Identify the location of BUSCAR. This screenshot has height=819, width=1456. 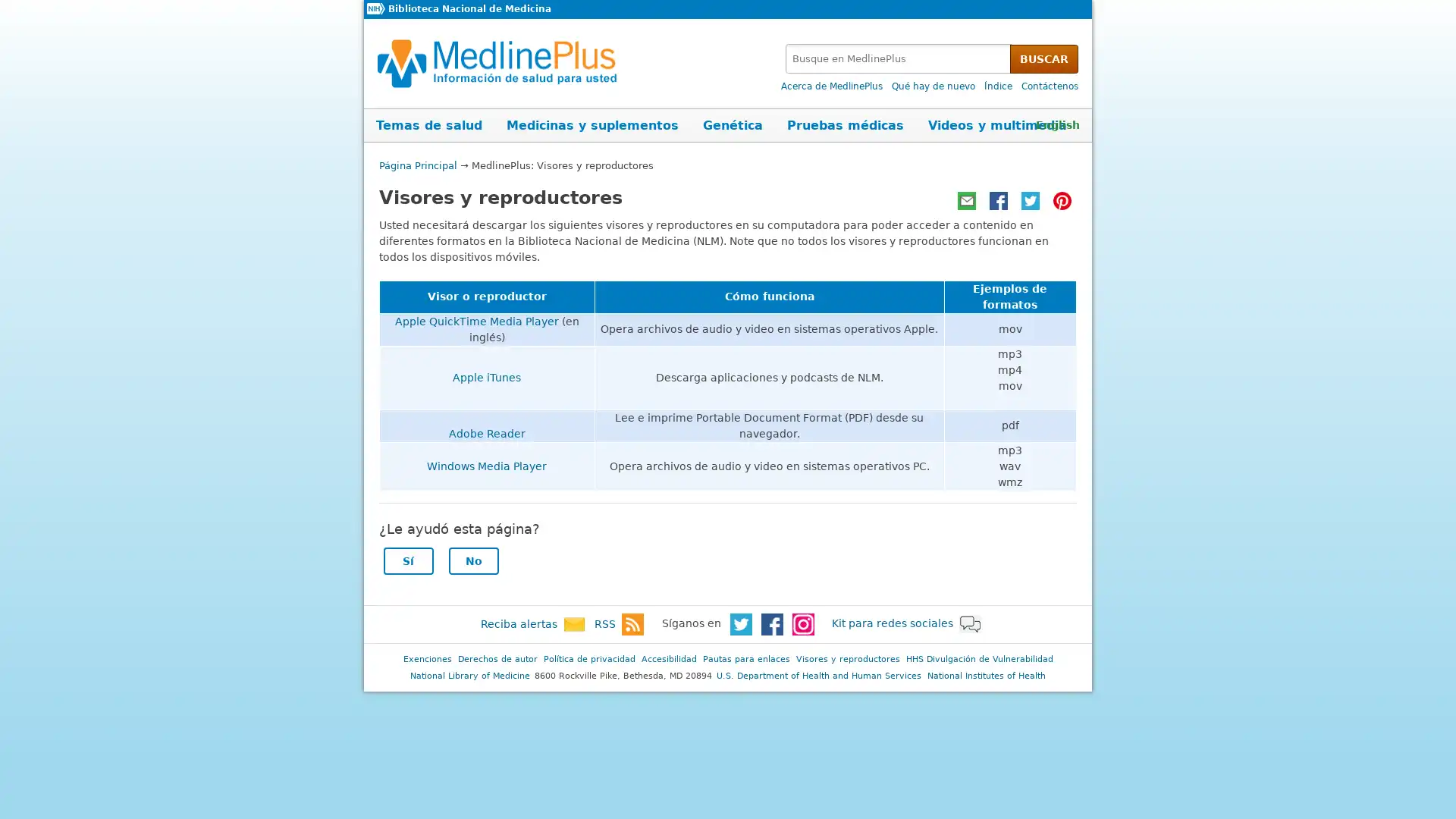
(1043, 58).